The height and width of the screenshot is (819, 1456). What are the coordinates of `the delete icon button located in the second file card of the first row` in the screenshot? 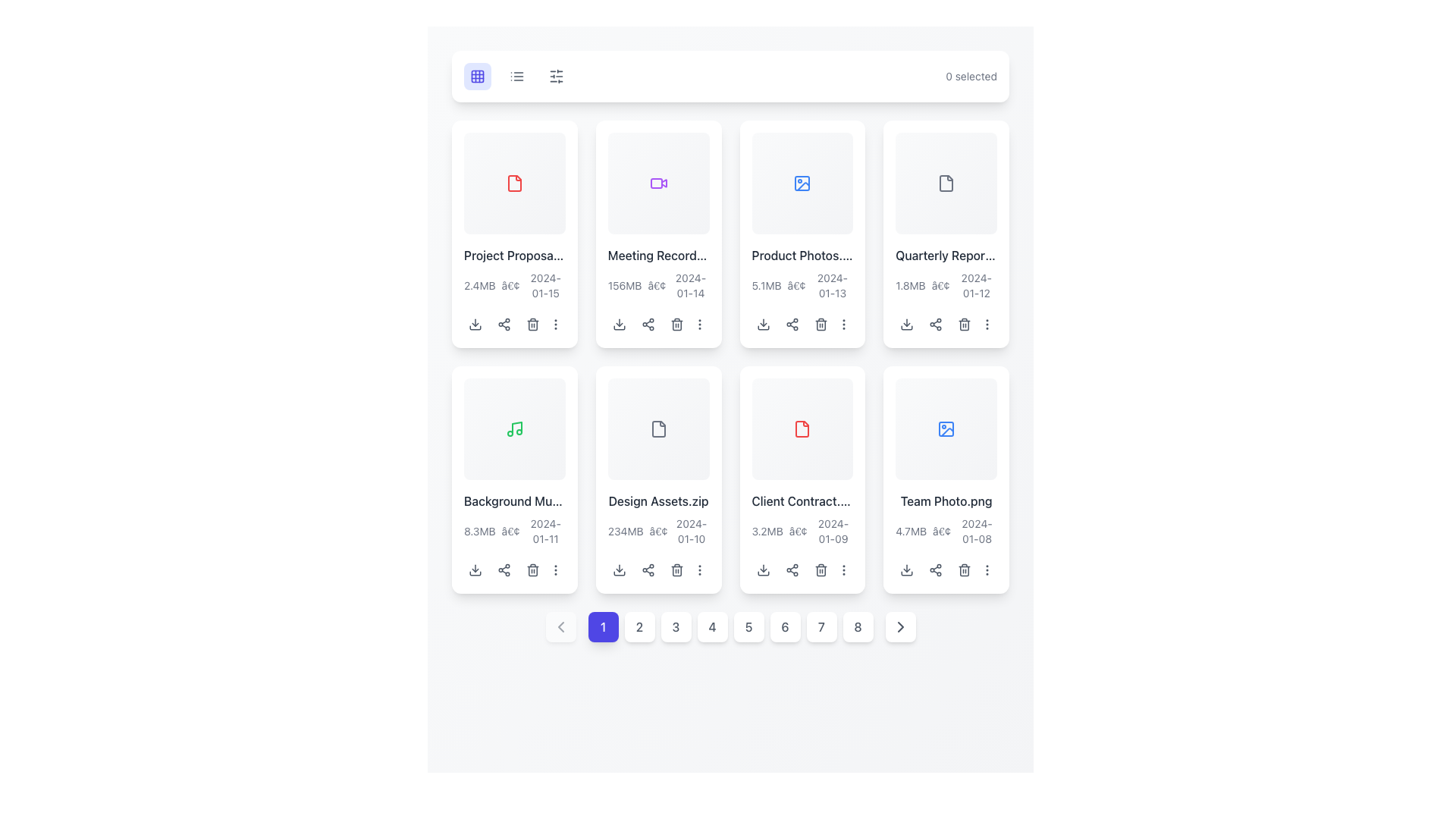 It's located at (676, 323).